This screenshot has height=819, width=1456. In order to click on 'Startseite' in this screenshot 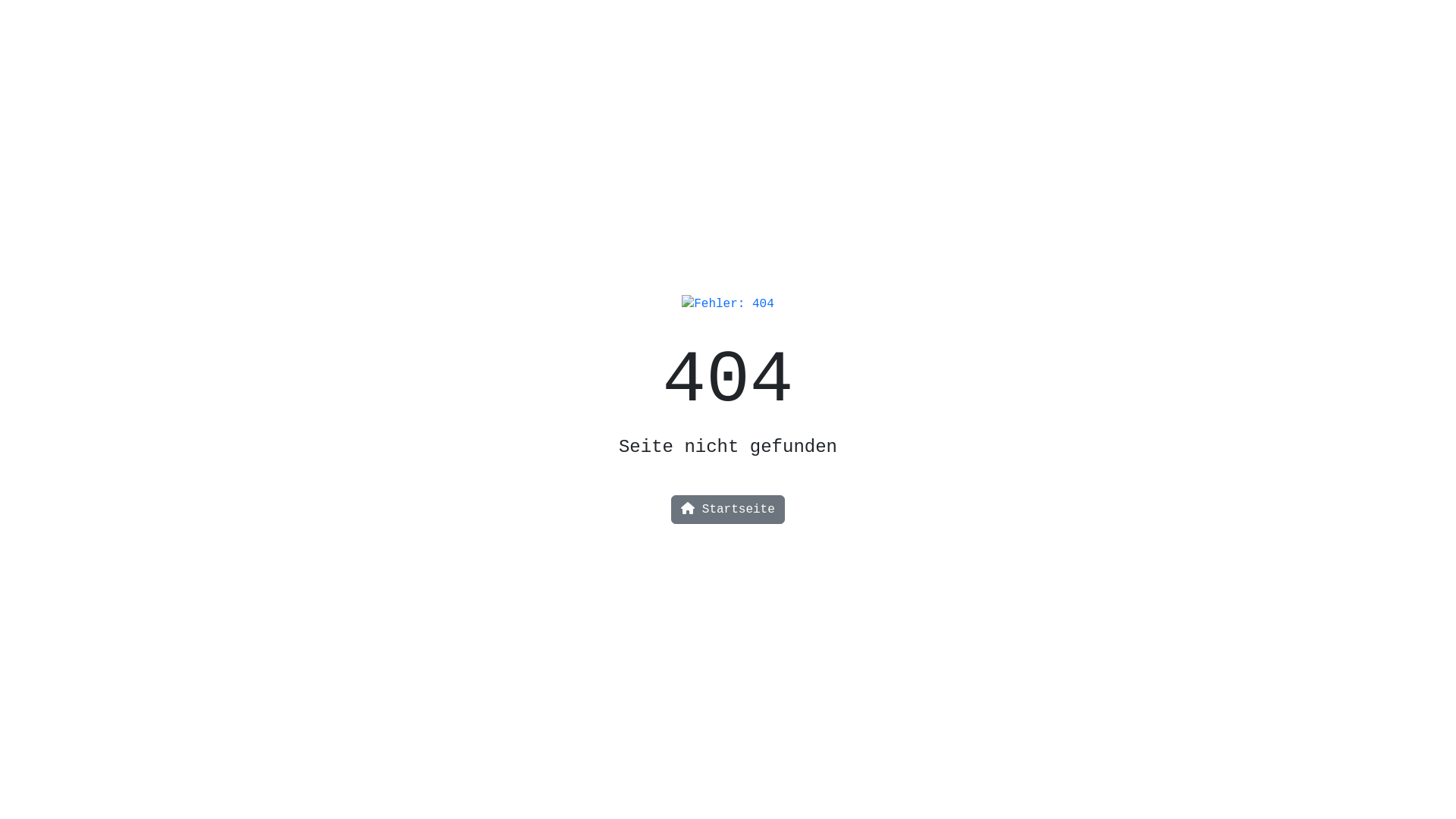, I will do `click(670, 509)`.